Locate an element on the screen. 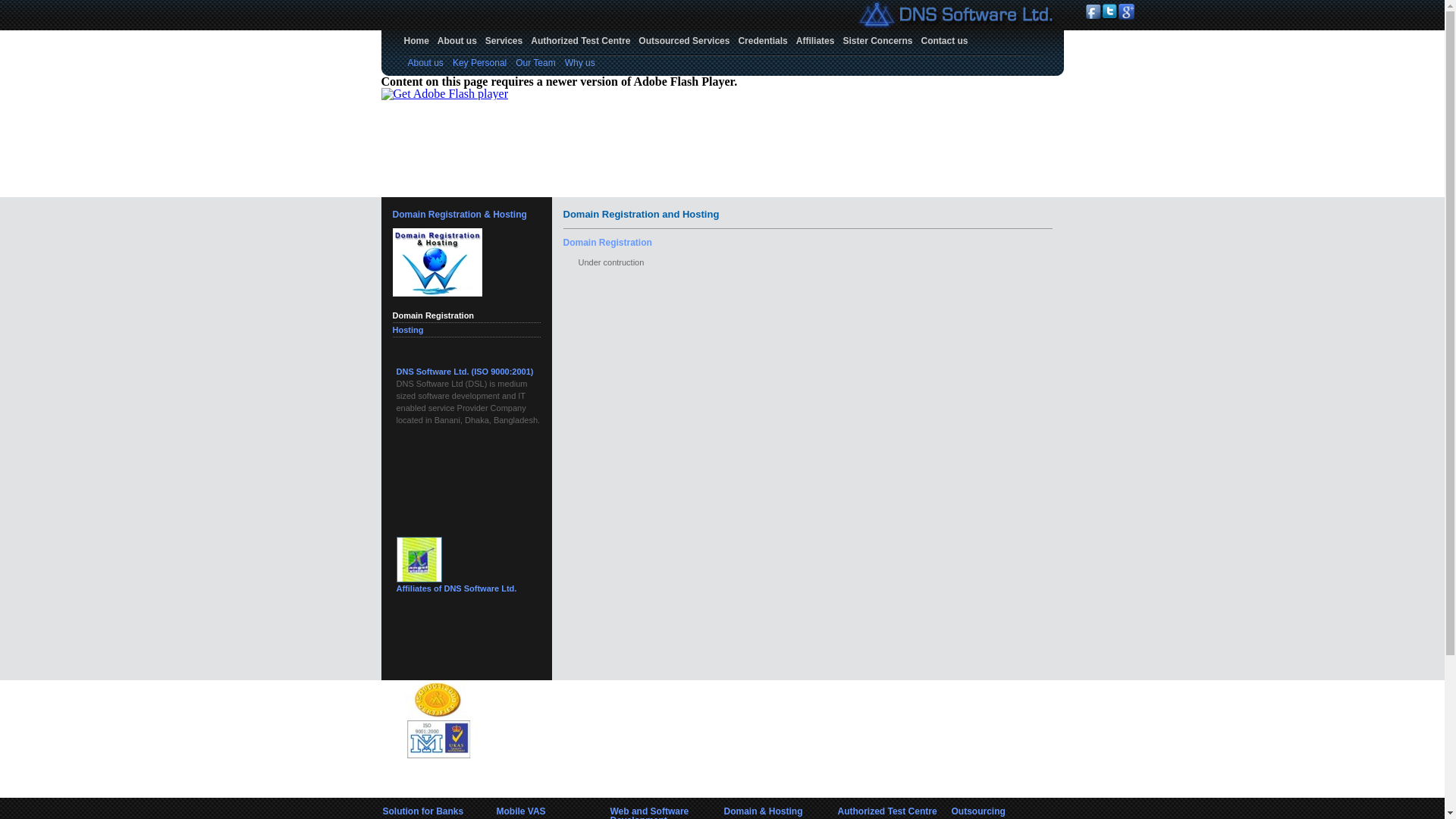 This screenshot has height=819, width=1456. 'Mobile Value Added Service (VAS)' is located at coordinates (396, 371).